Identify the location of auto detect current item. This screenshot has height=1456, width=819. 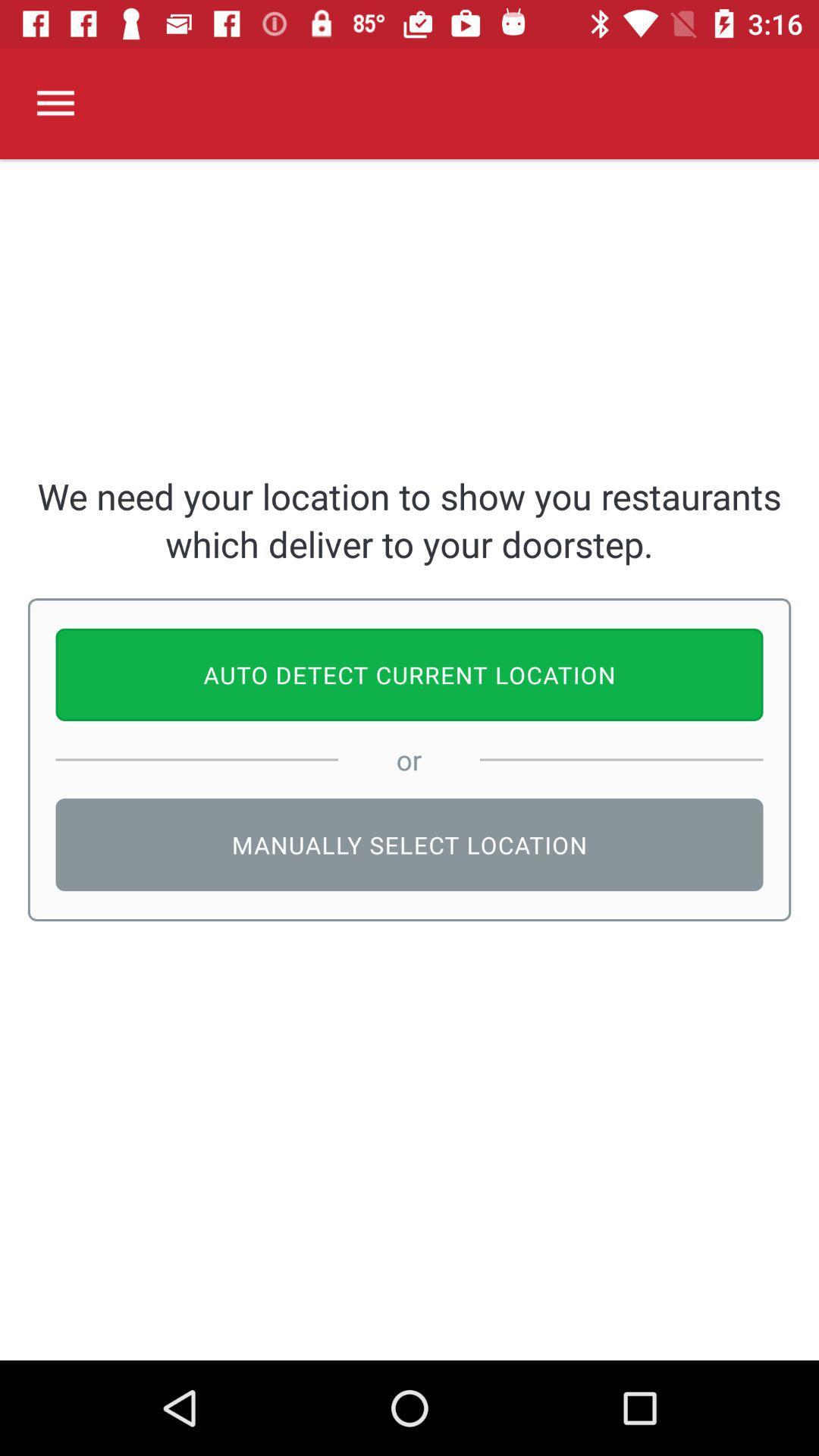
(409, 673).